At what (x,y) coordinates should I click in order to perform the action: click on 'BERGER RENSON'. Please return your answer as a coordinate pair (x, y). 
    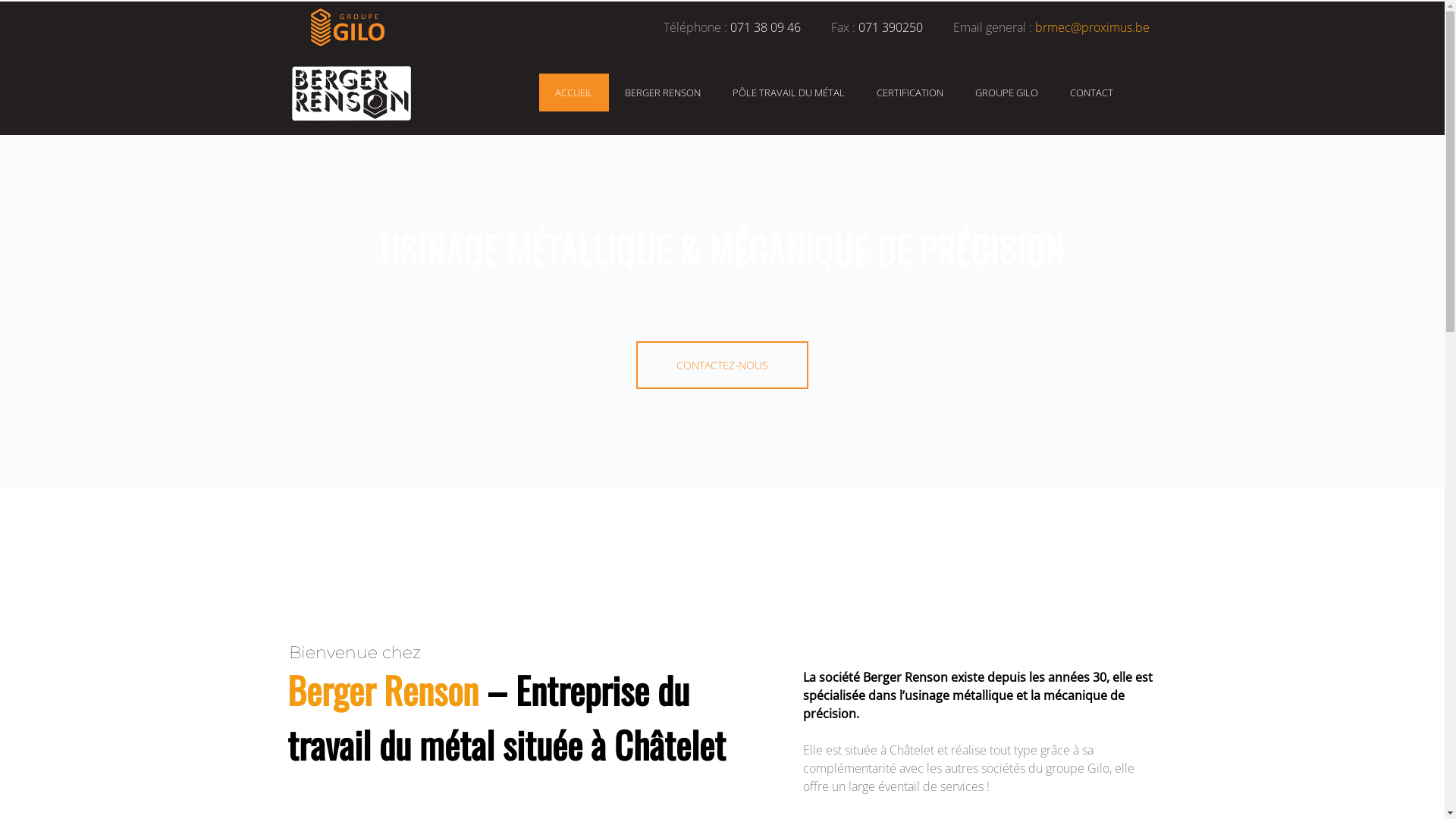
    Looking at the image, I should click on (662, 93).